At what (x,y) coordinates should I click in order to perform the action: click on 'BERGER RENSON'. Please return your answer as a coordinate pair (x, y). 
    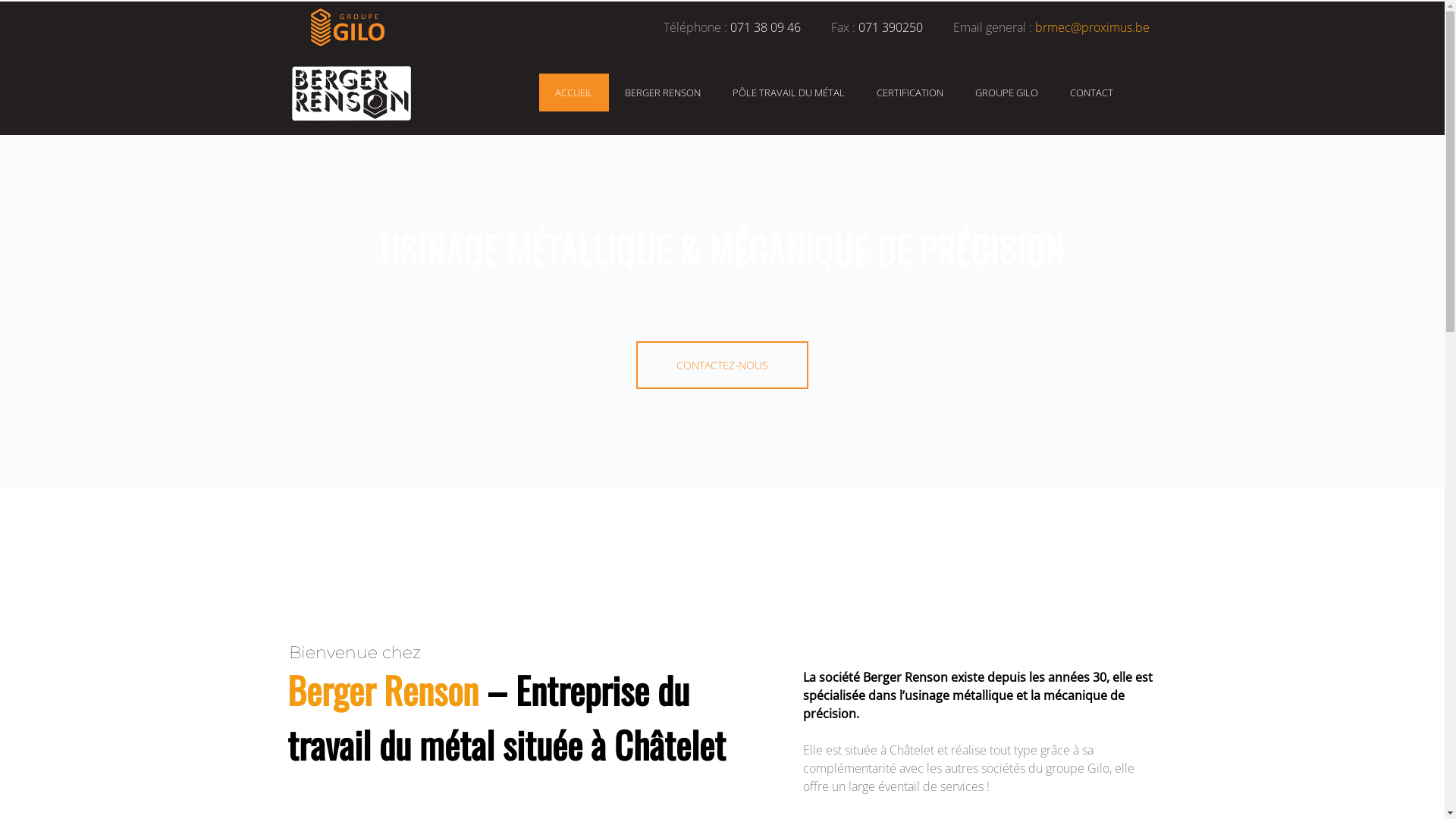
    Looking at the image, I should click on (662, 93).